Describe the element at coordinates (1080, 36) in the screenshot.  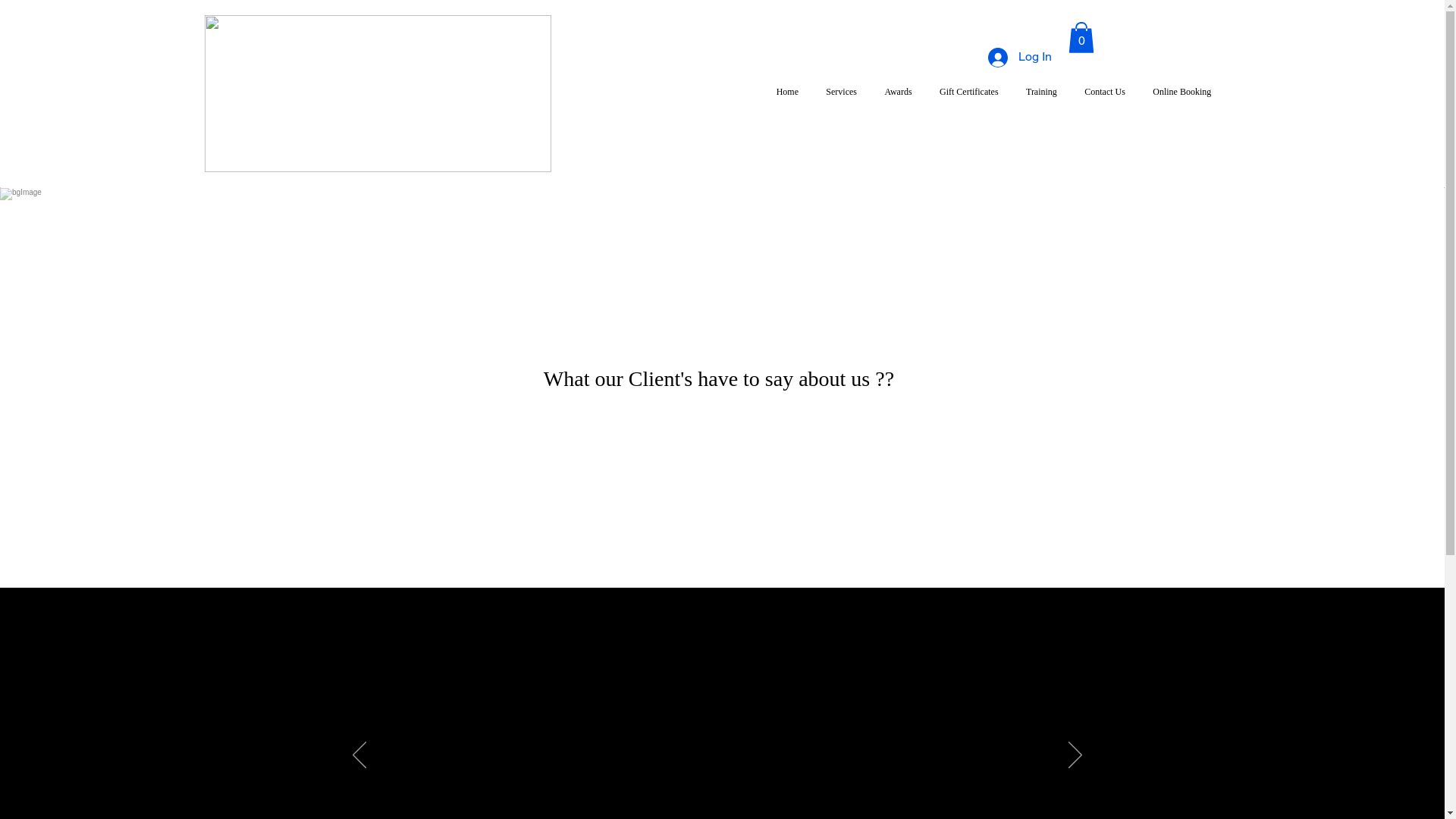
I see `'0'` at that location.